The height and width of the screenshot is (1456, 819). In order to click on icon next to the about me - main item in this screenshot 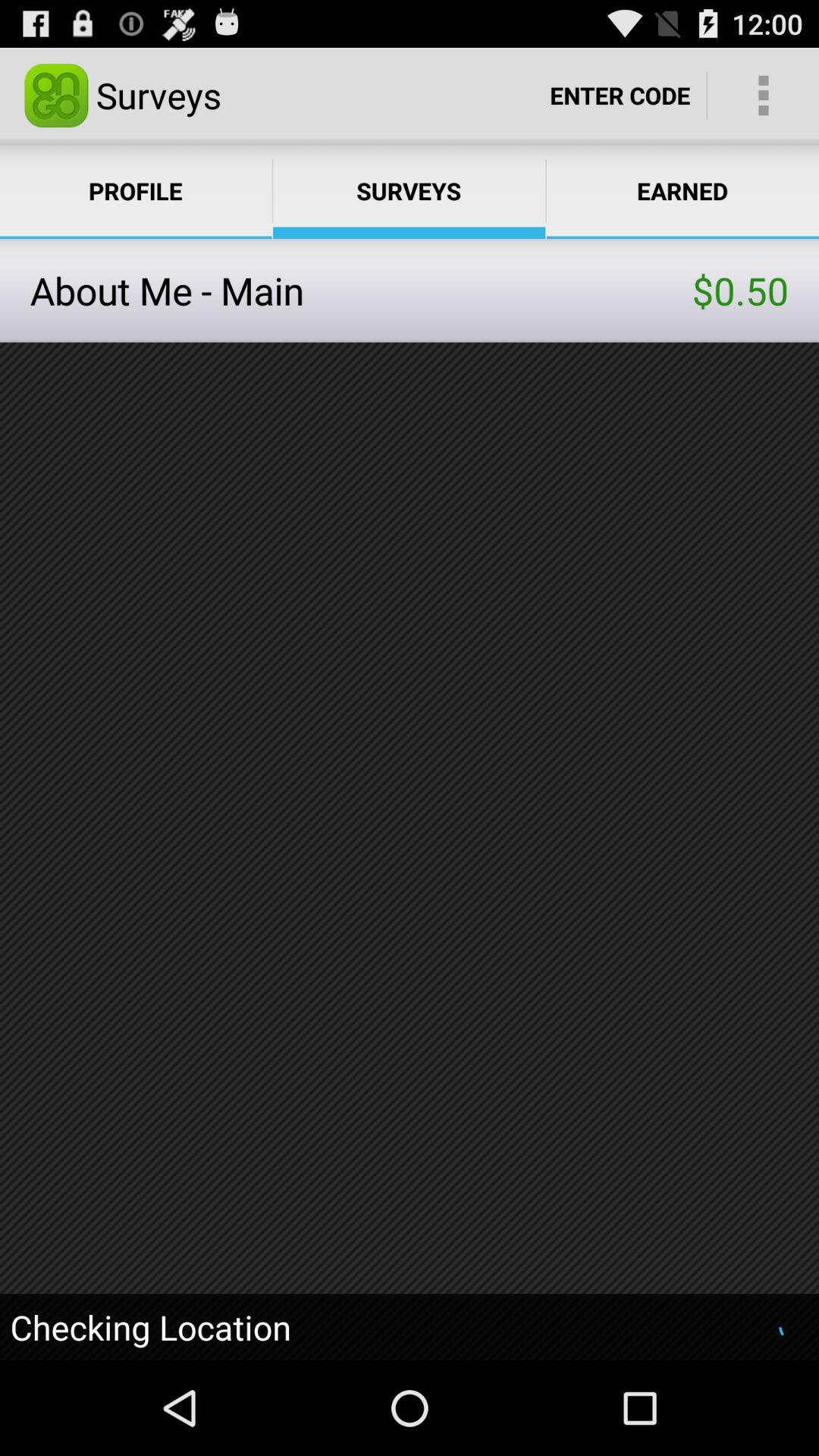, I will do `click(739, 290)`.